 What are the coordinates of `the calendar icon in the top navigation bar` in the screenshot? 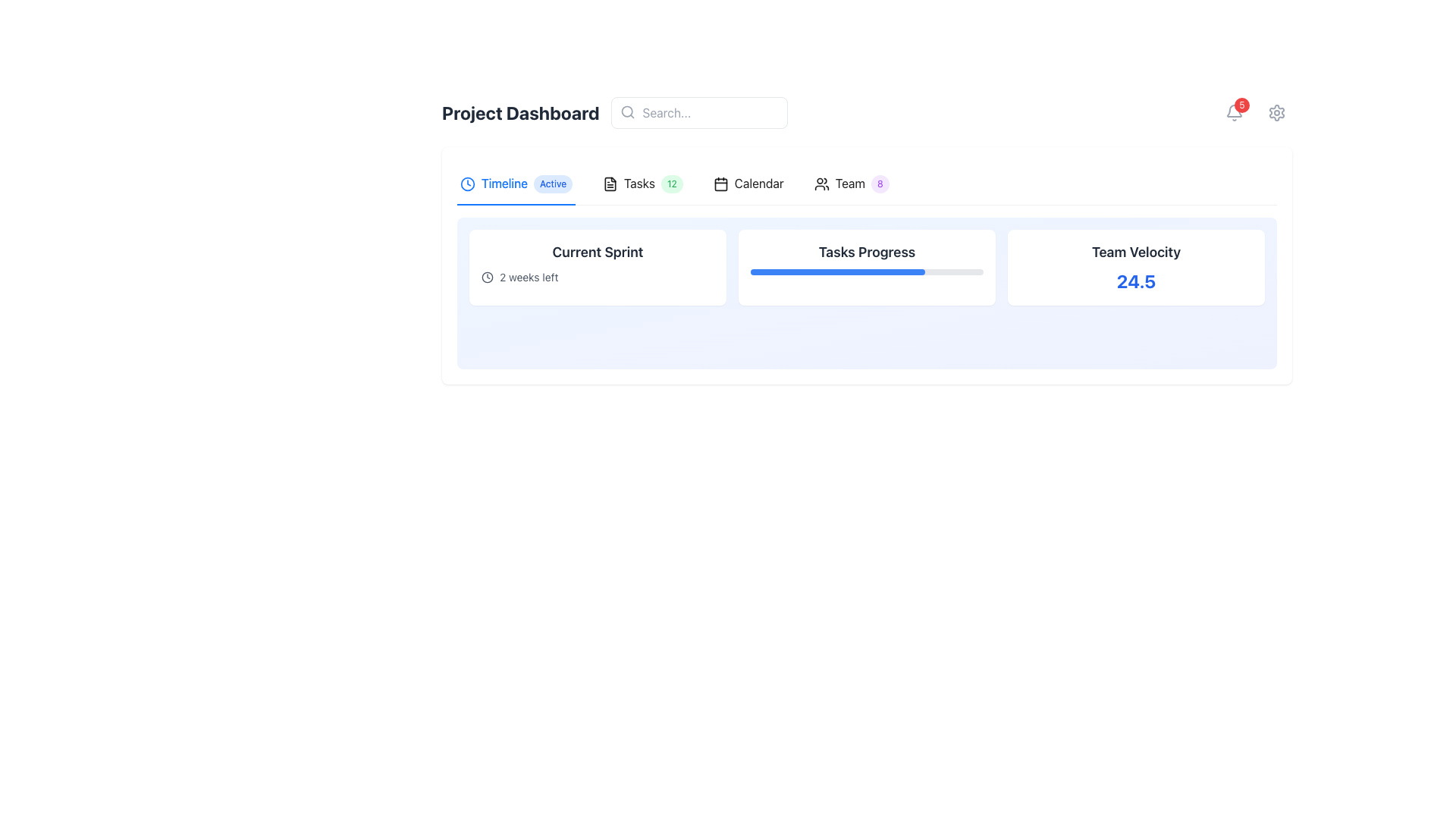 It's located at (720, 183).